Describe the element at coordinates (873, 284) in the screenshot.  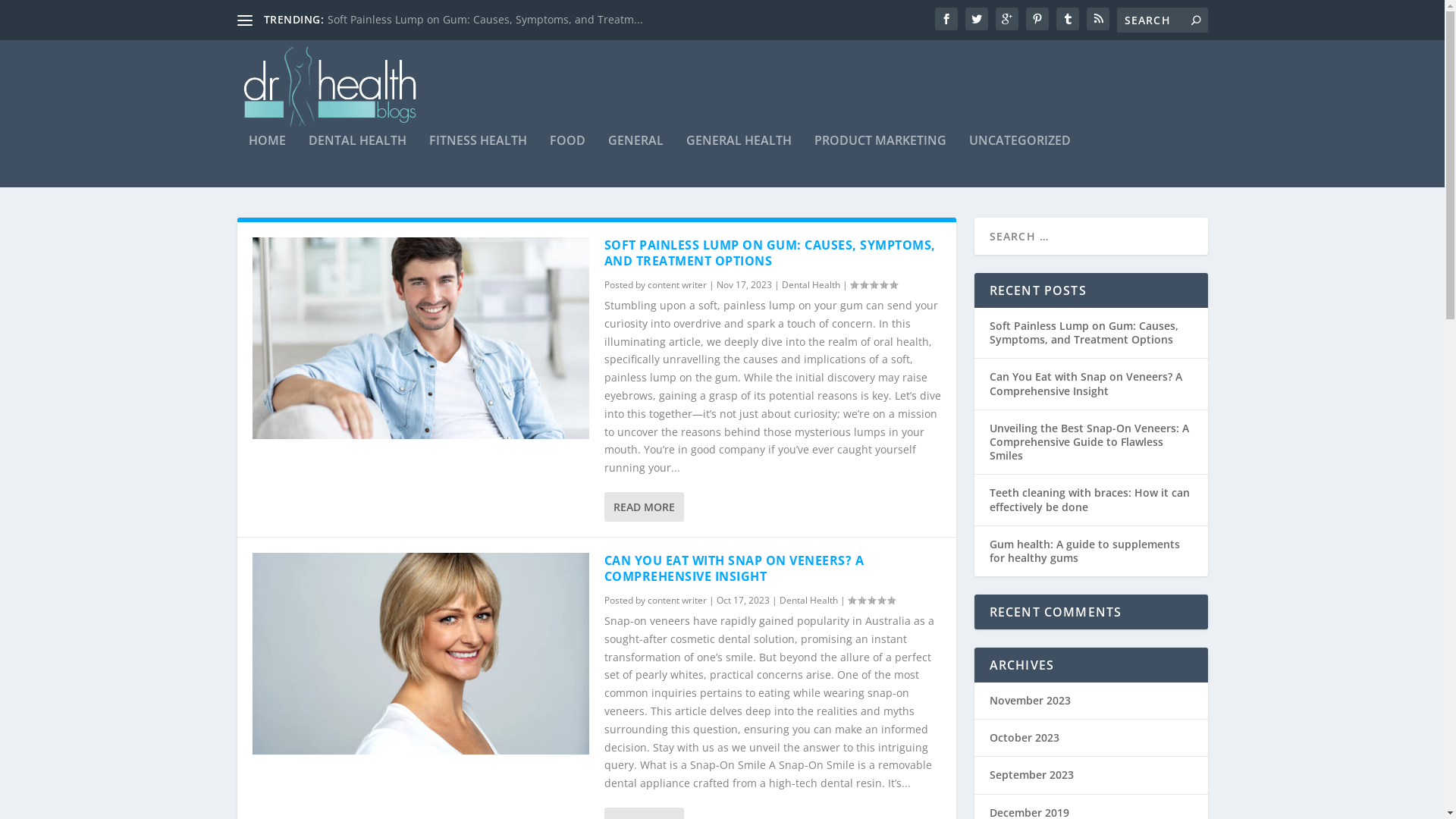
I see `'Rating: 0.00'` at that location.